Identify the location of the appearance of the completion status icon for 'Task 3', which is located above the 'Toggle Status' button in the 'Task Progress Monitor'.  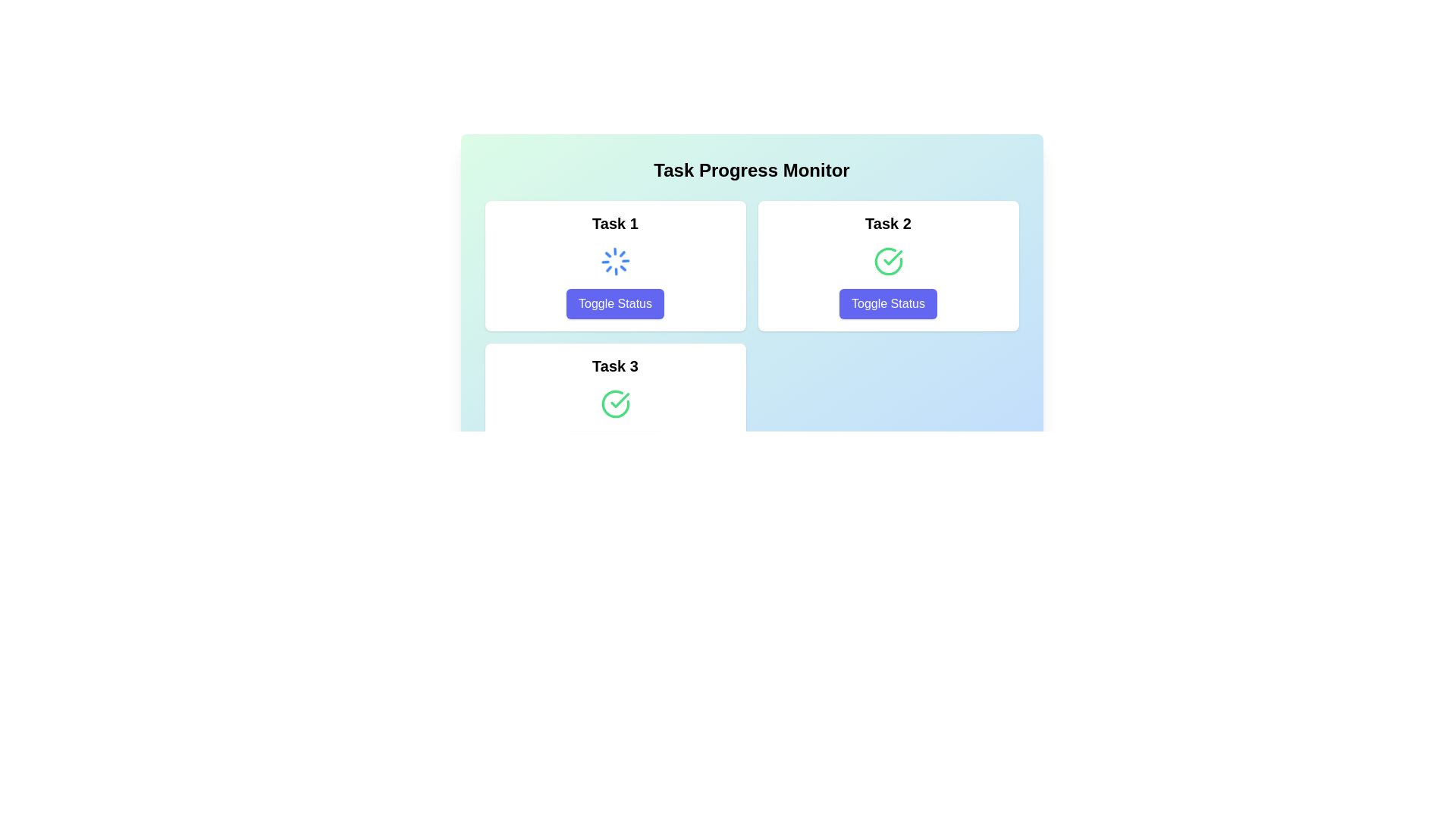
(615, 403).